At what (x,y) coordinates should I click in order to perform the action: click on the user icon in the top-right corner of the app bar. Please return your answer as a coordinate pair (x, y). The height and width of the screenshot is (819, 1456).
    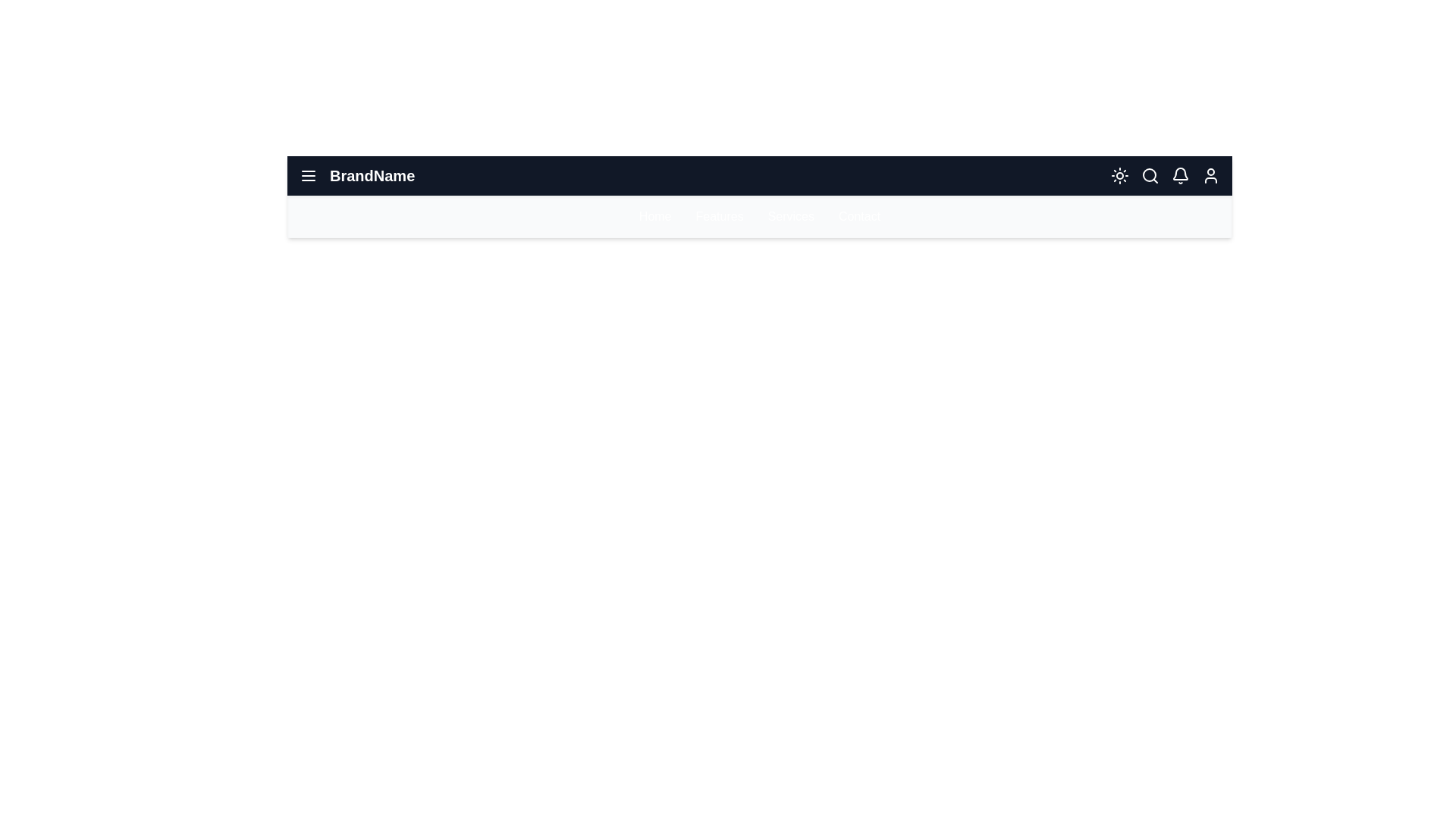
    Looking at the image, I should click on (1210, 174).